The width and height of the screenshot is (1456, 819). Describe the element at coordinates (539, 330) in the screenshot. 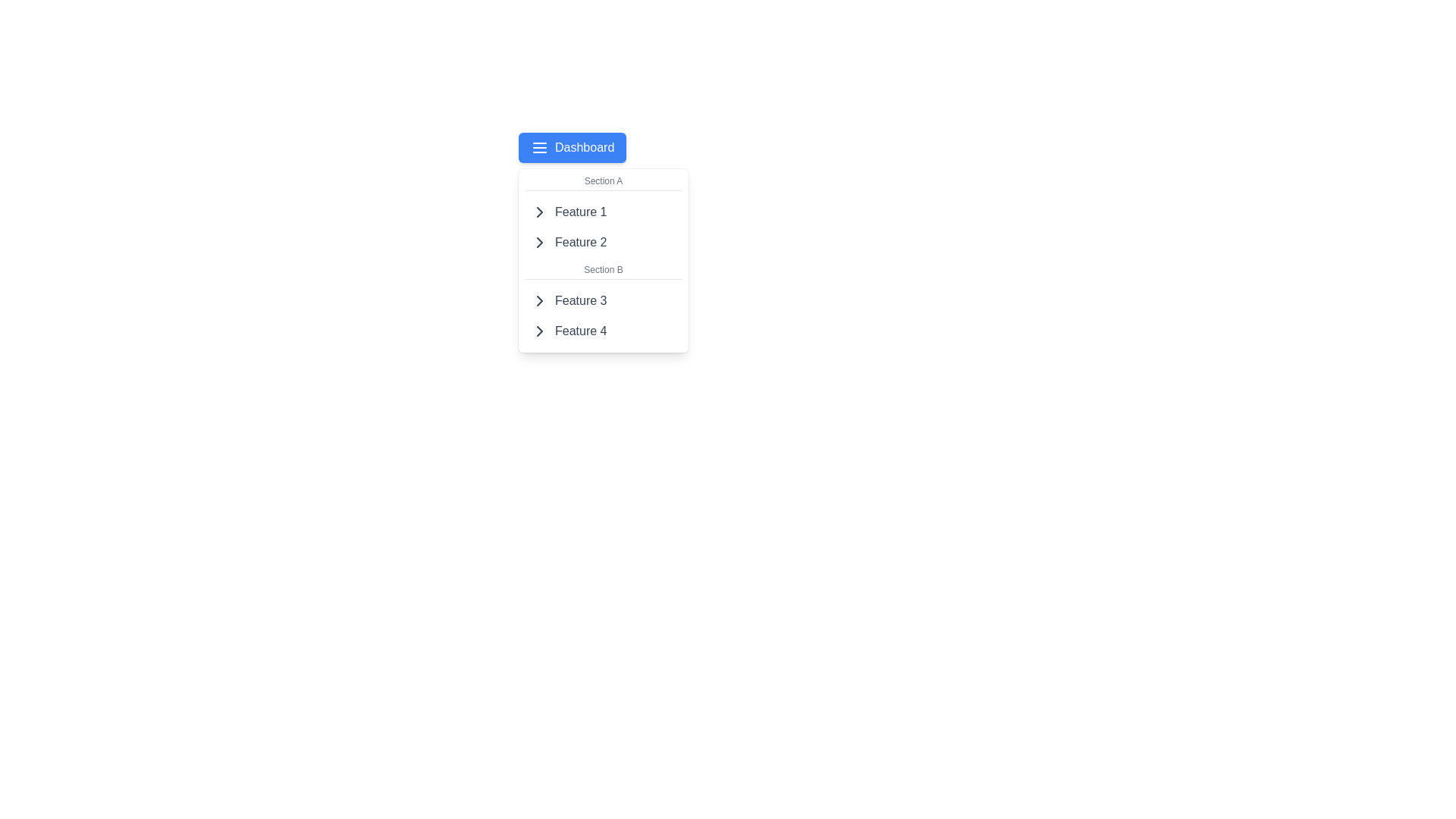

I see `the right-facing chevron SVG graphic located` at that location.